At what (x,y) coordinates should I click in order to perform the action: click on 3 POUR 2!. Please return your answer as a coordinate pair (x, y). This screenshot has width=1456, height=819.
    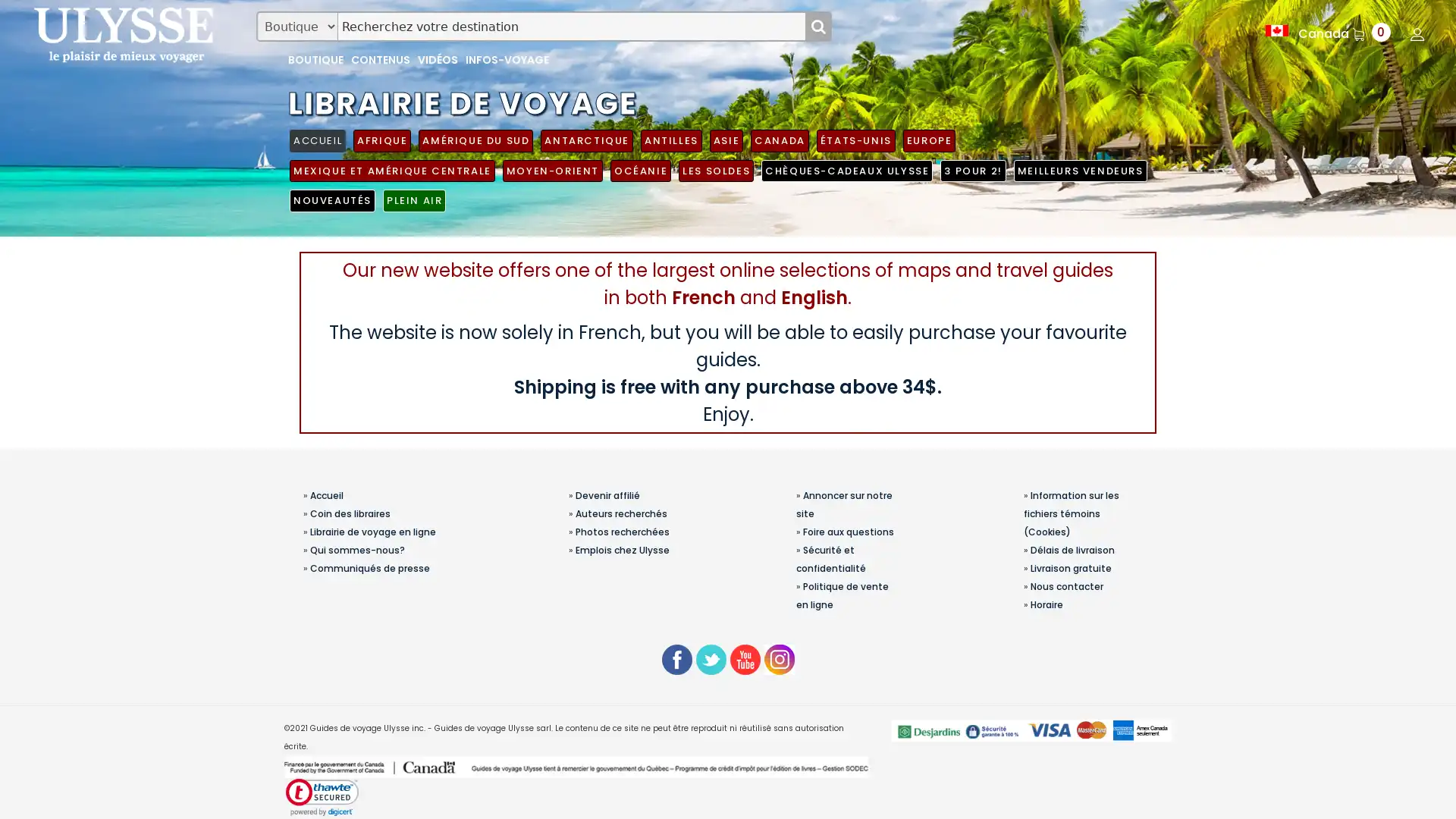
    Looking at the image, I should click on (972, 170).